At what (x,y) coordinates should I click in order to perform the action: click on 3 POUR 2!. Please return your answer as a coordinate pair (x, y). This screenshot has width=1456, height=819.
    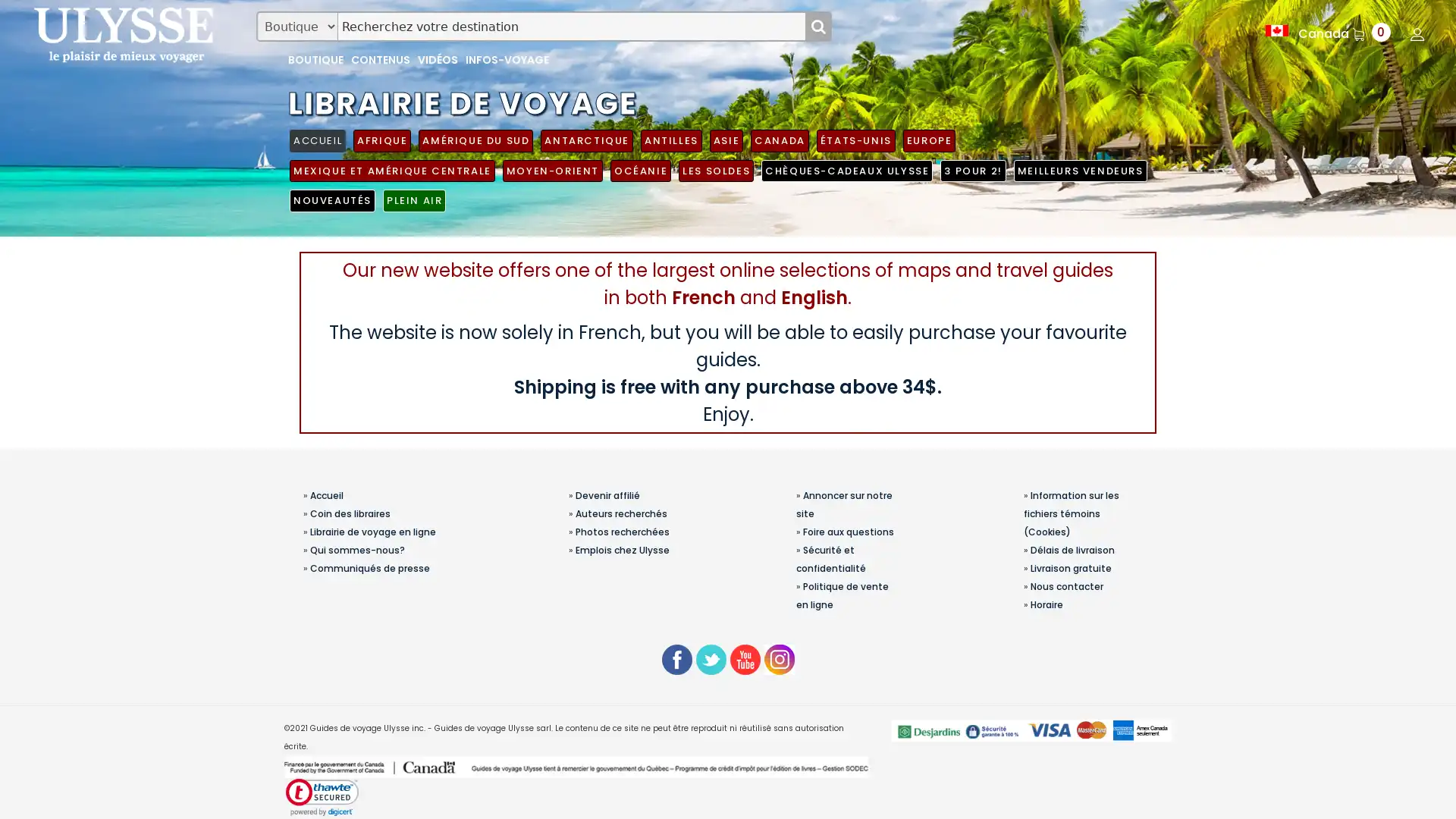
    Looking at the image, I should click on (972, 170).